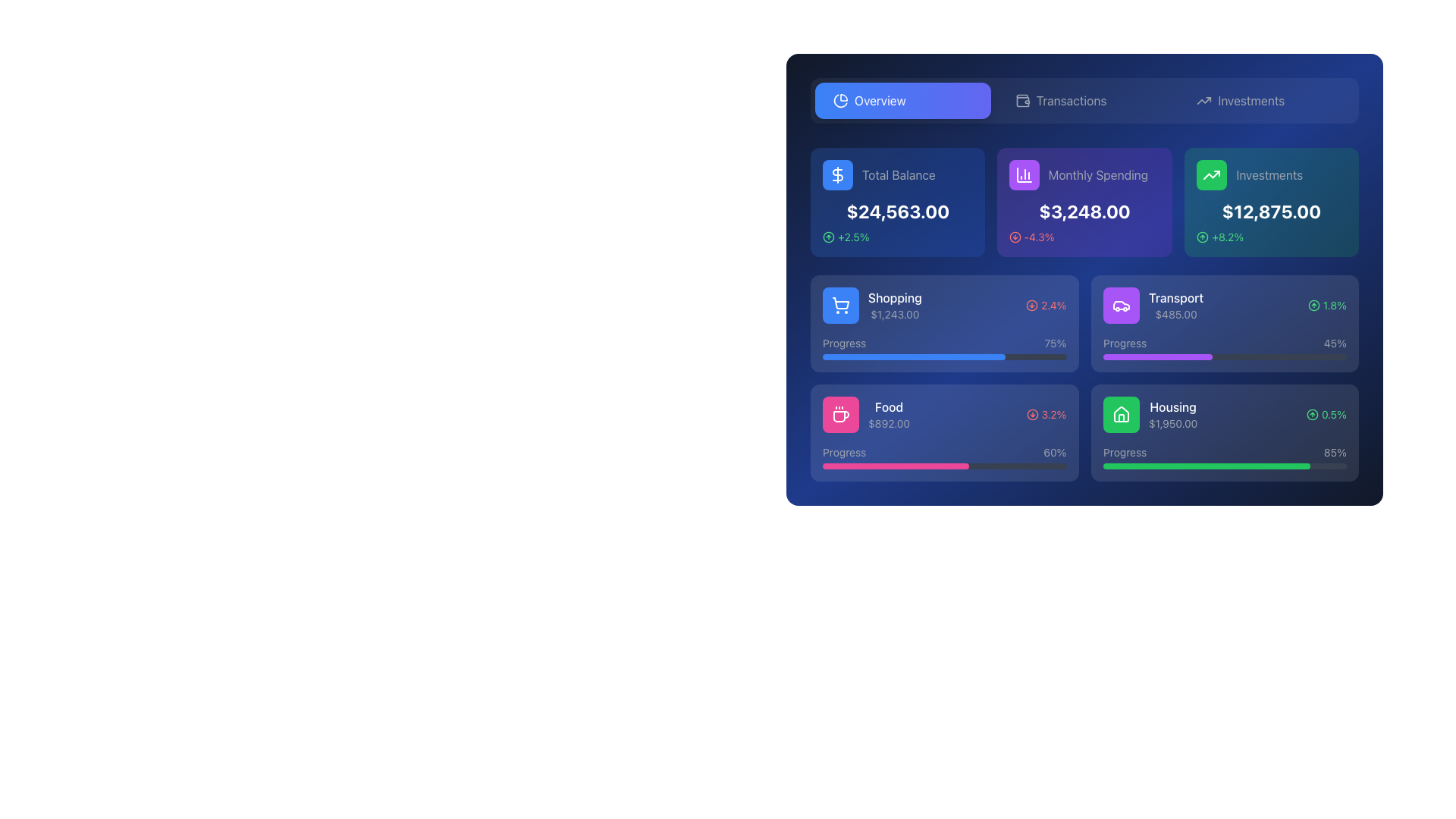  What do you see at coordinates (1227, 237) in the screenshot?
I see `the static text element that shows an 8.2% growth related to 'Investments', located beneath the '$12,875.00' value in the top-right section of the UI` at bounding box center [1227, 237].